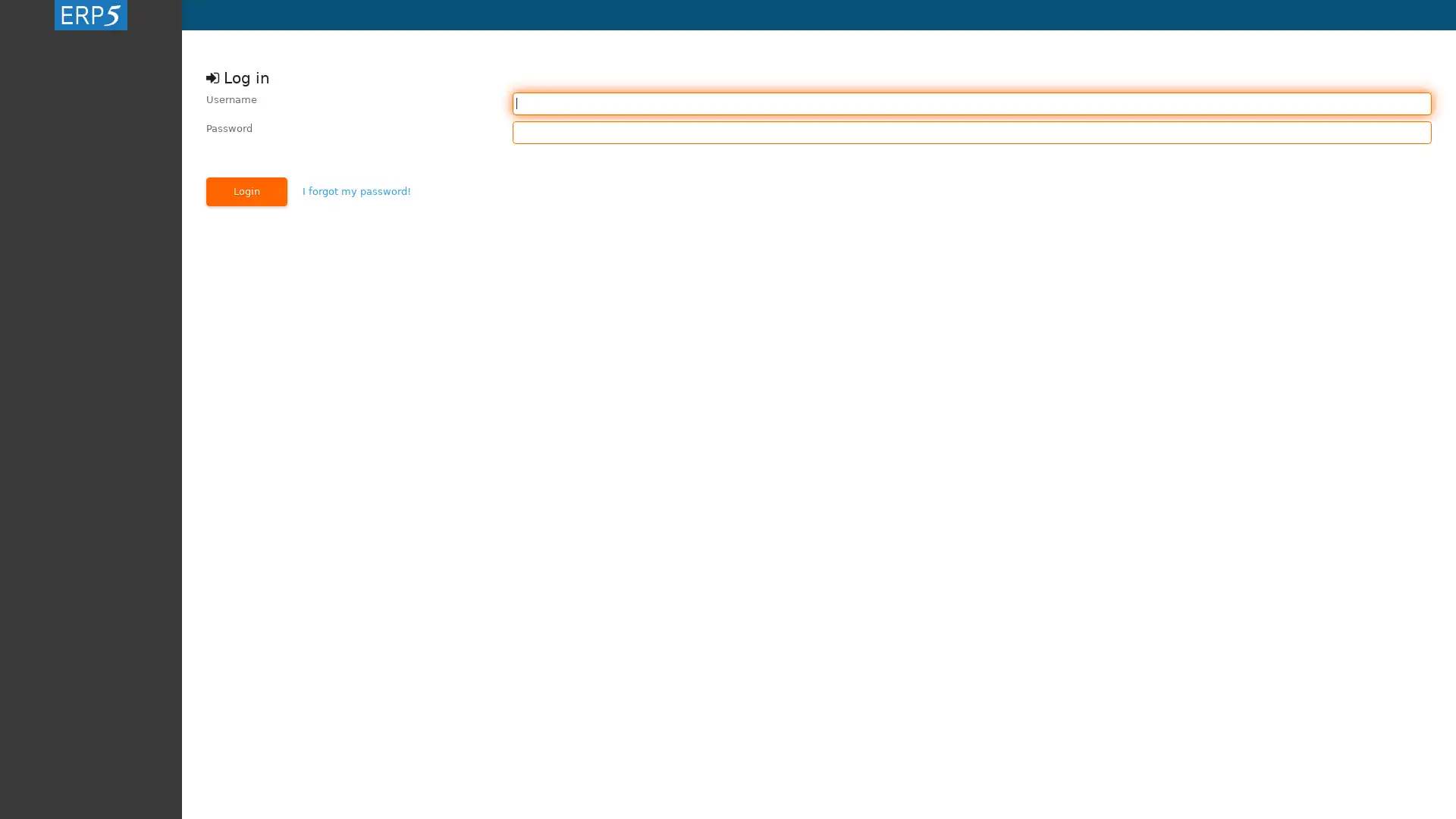 The width and height of the screenshot is (1456, 819). I want to click on Login, so click(246, 190).